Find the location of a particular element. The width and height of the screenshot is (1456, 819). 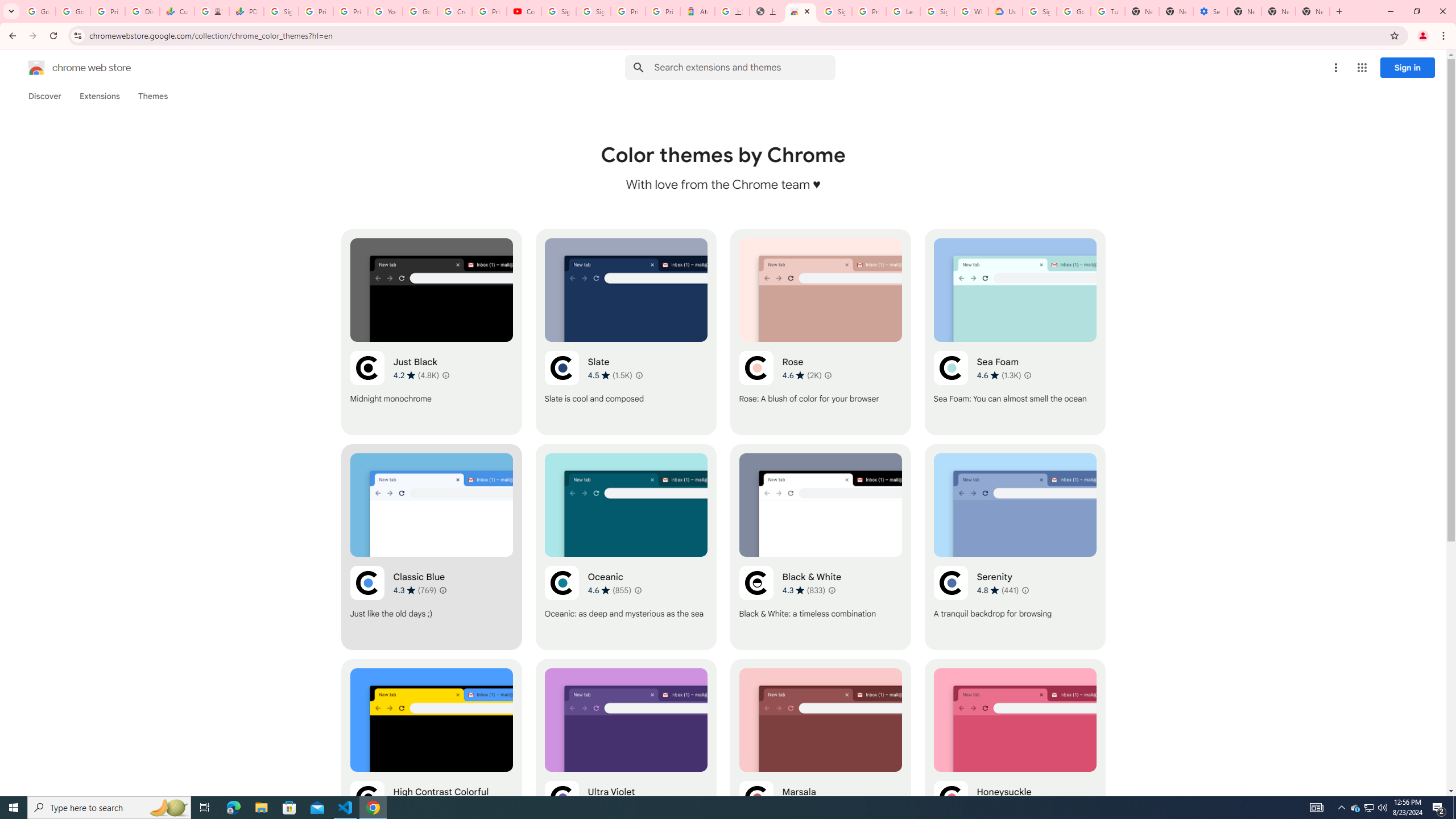

'Extensions' is located at coordinates (100, 96).